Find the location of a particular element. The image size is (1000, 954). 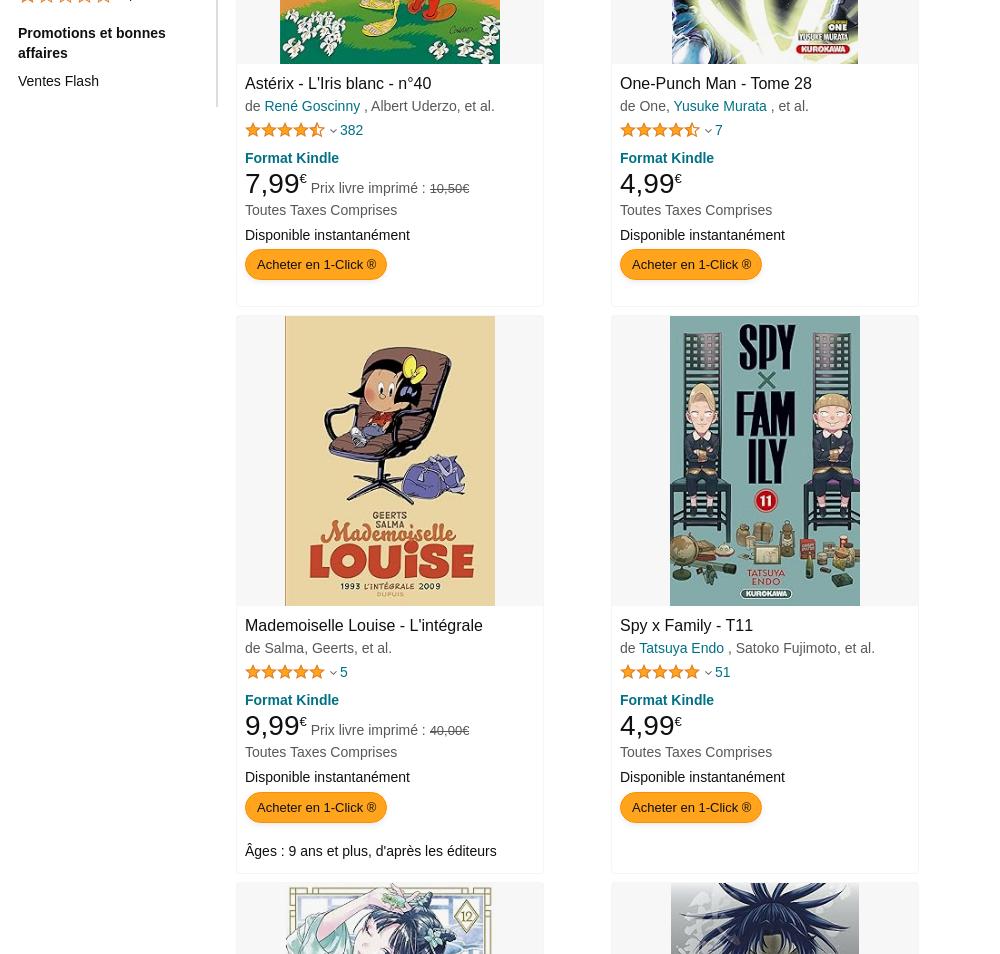

'4,9 sur 5 étoiles' is located at coordinates (642, 677).